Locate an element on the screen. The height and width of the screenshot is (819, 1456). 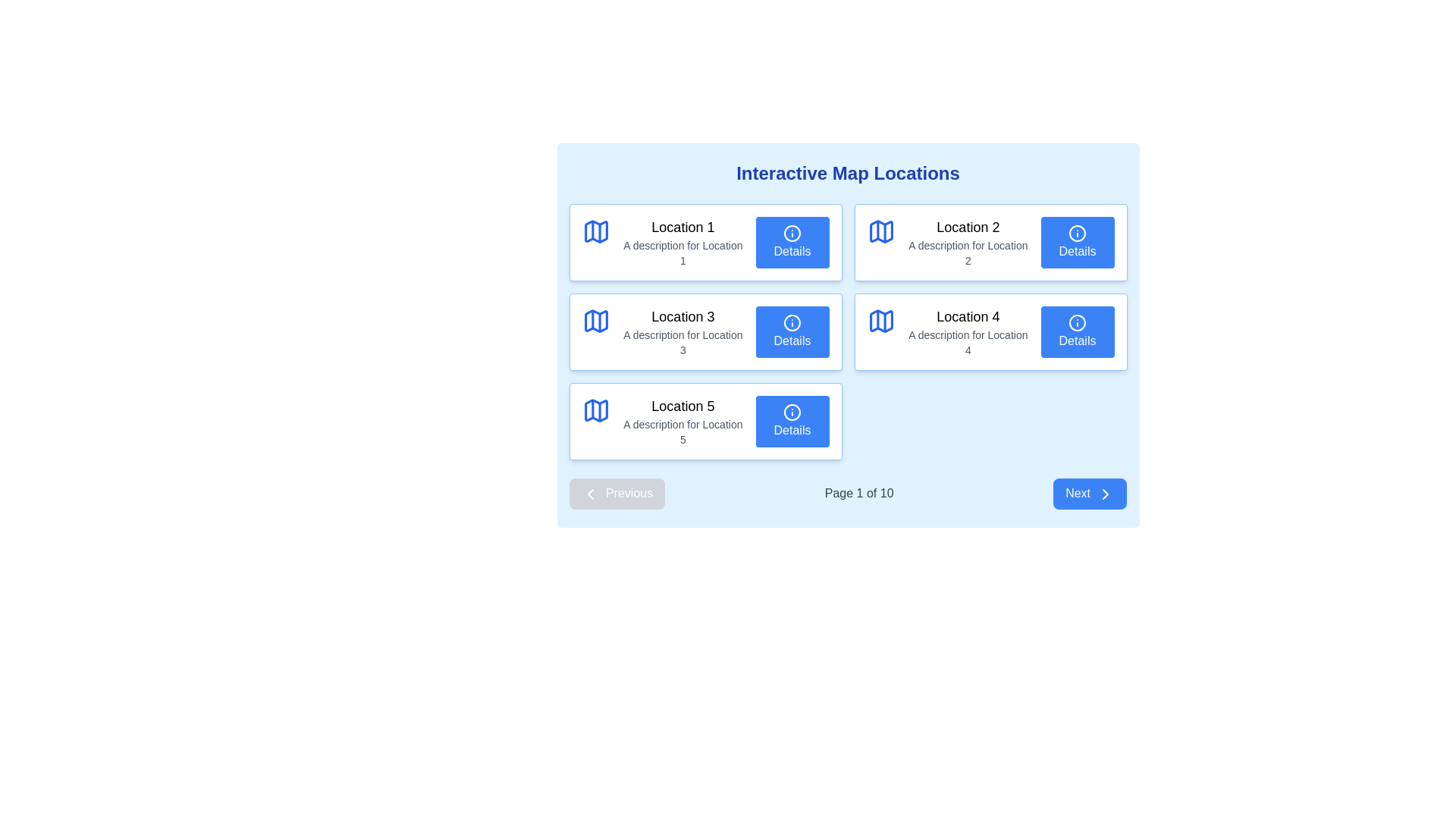
text block displaying 'Location 2' and its description, which is positioned in the second row, first column of the grid layout below 'Location 1', aligned to the left of the 'Details' button is located at coordinates (967, 242).